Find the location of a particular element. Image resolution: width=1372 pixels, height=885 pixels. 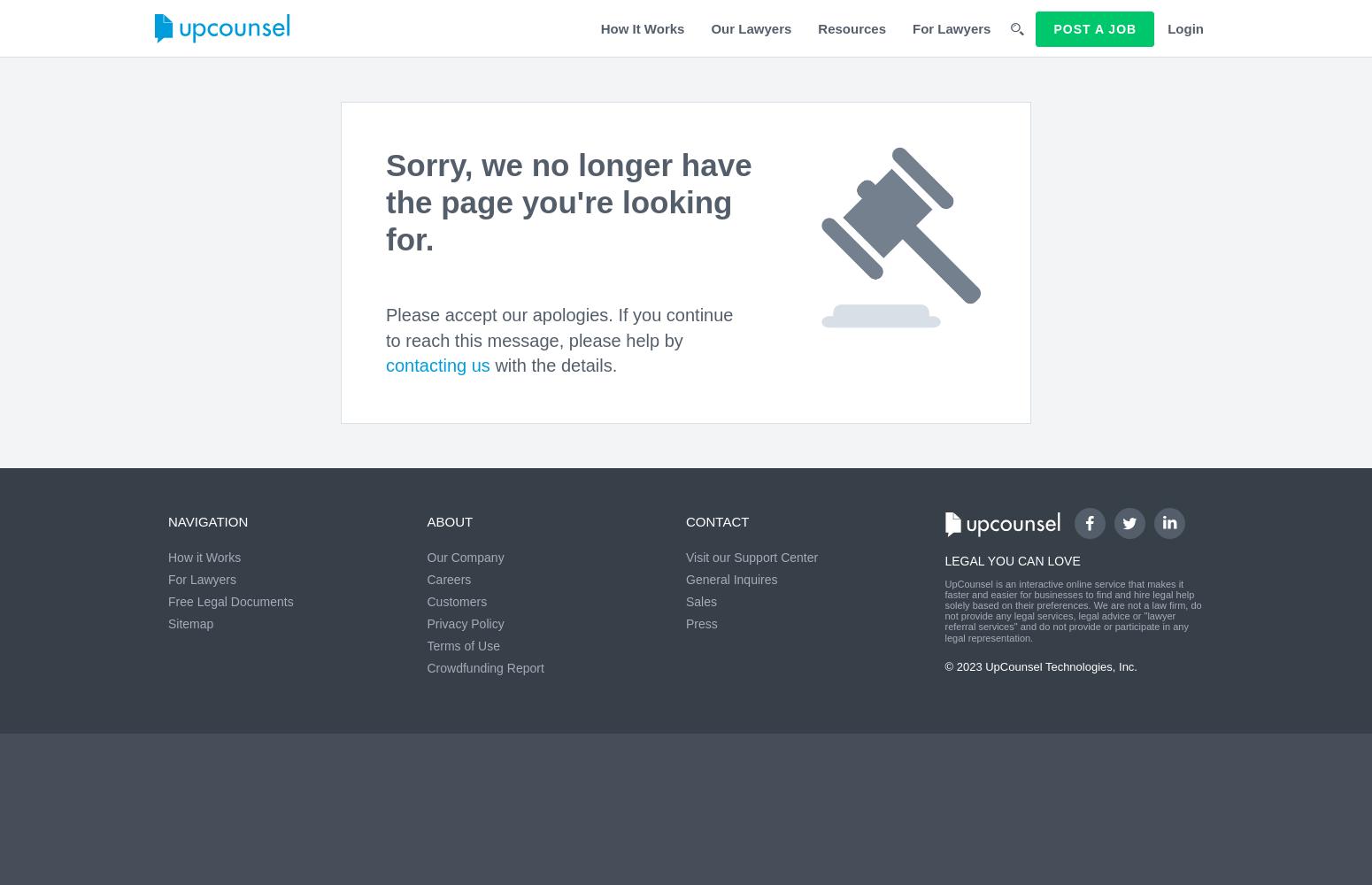

'Sales' is located at coordinates (686, 602).